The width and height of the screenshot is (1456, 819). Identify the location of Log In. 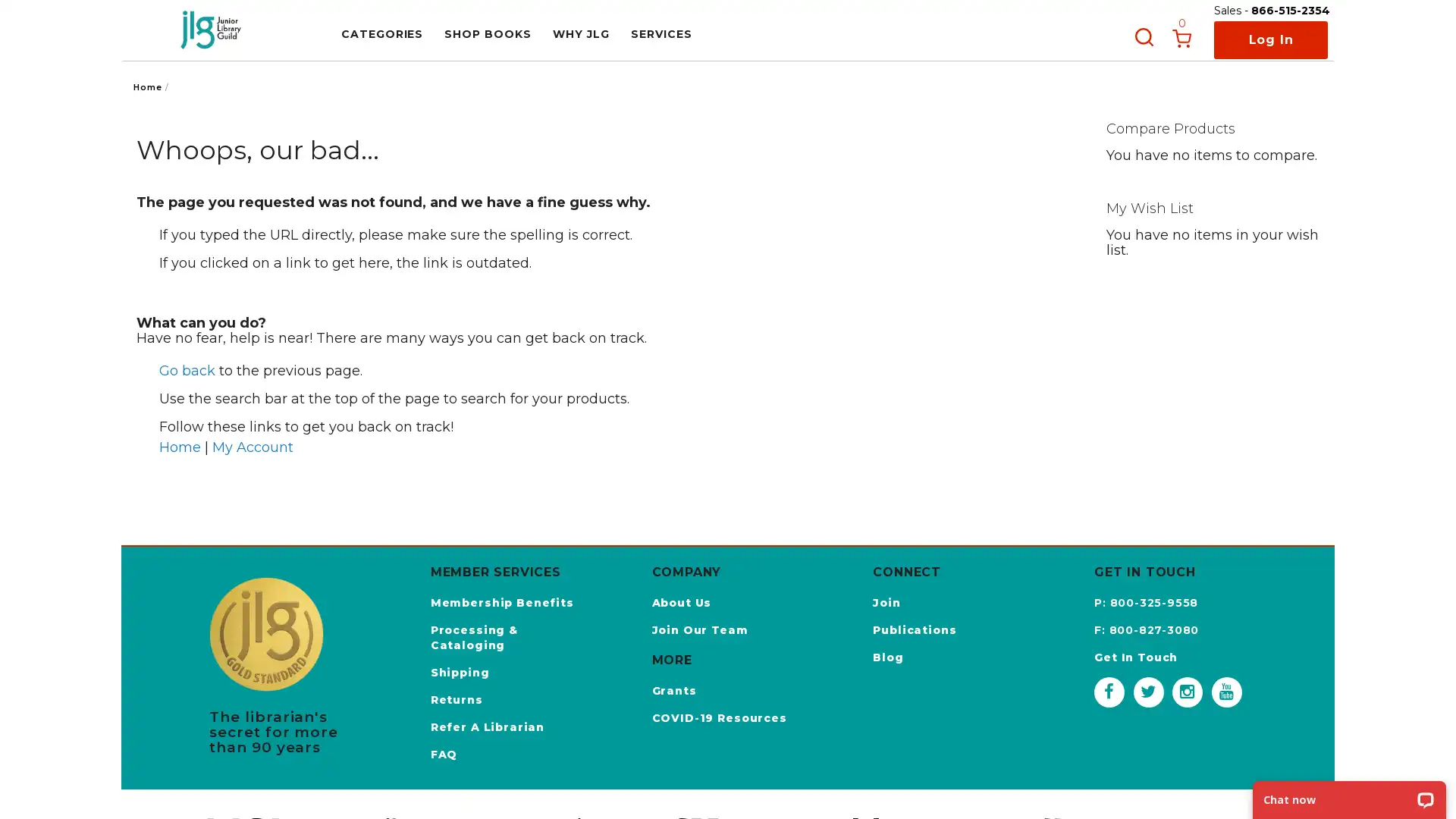
(1270, 39).